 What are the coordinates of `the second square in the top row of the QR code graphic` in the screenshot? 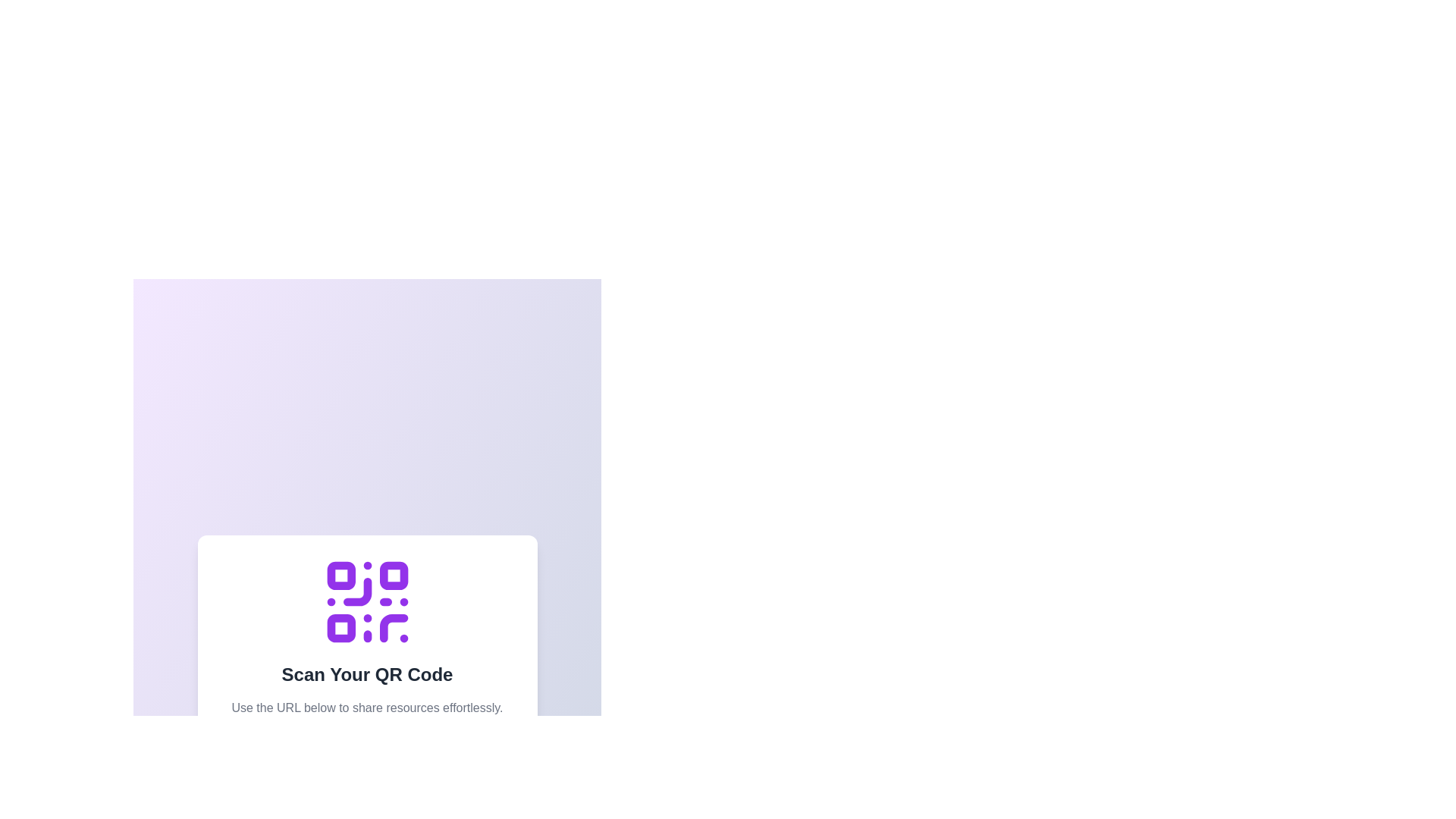 It's located at (394, 576).